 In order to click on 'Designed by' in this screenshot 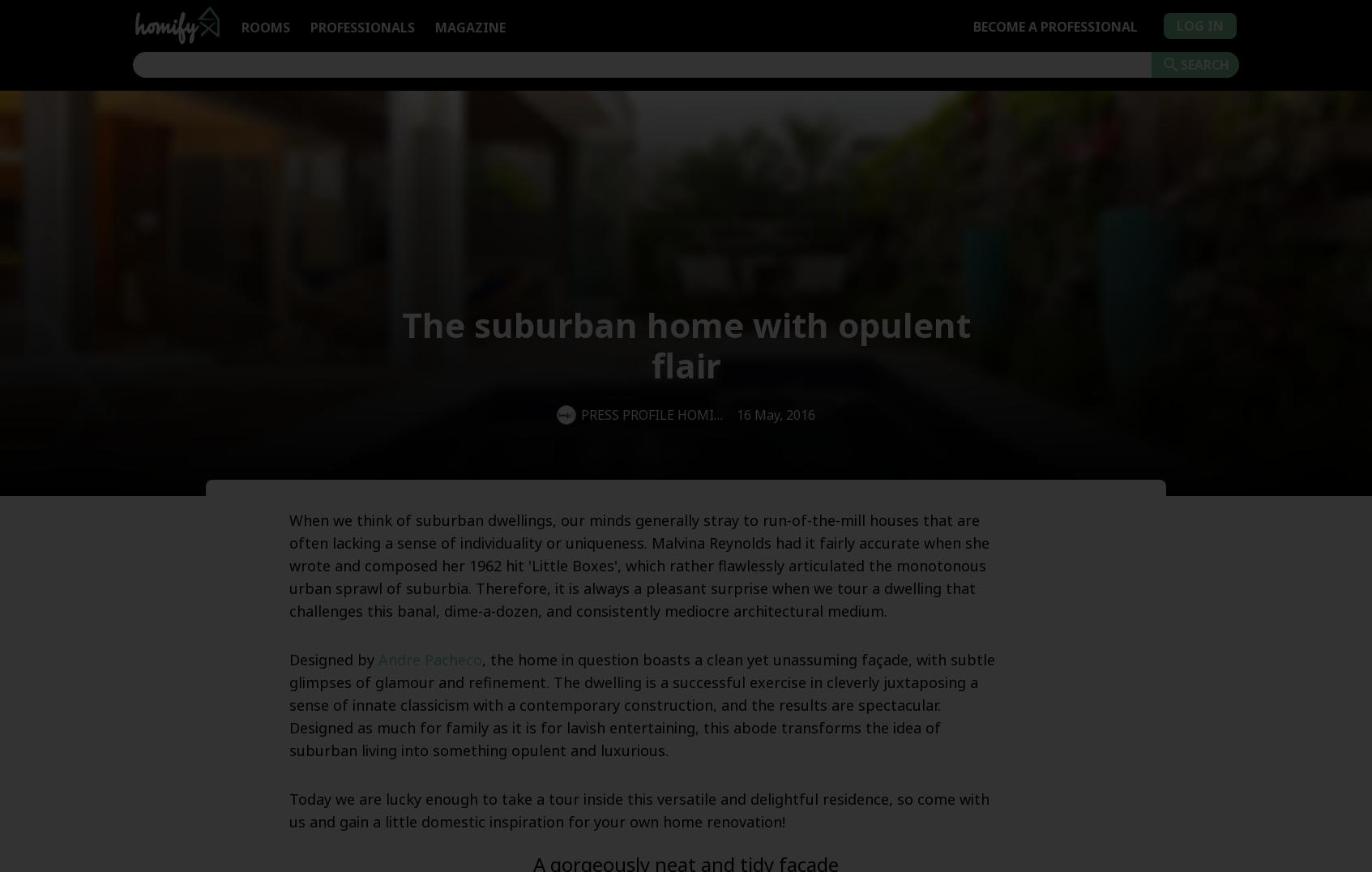, I will do `click(332, 658)`.